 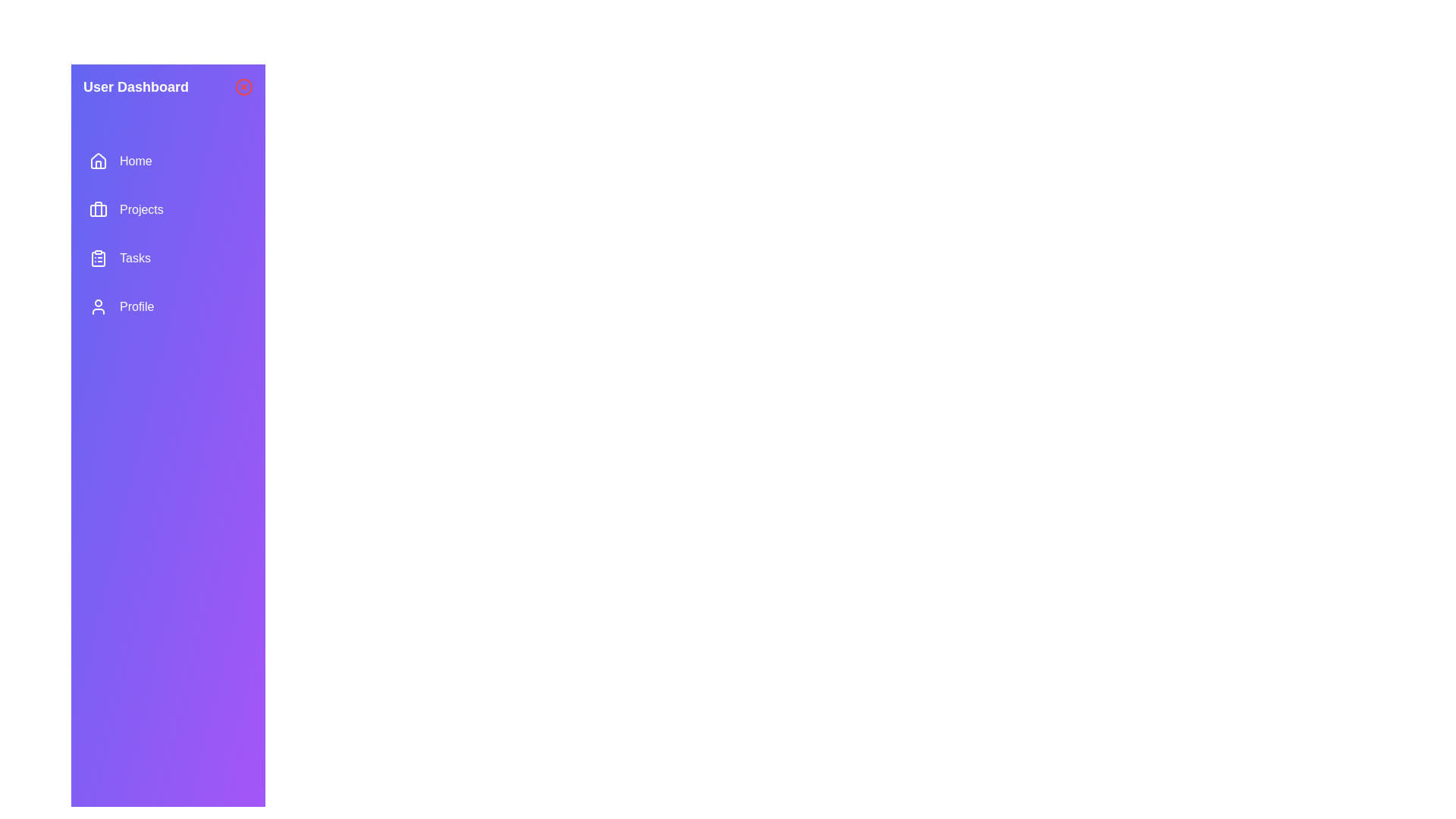 I want to click on the close button, which is a red circular button with an 'X' shape located to the right of the 'User Dashboard' text in the sidebar, so click(x=243, y=87).